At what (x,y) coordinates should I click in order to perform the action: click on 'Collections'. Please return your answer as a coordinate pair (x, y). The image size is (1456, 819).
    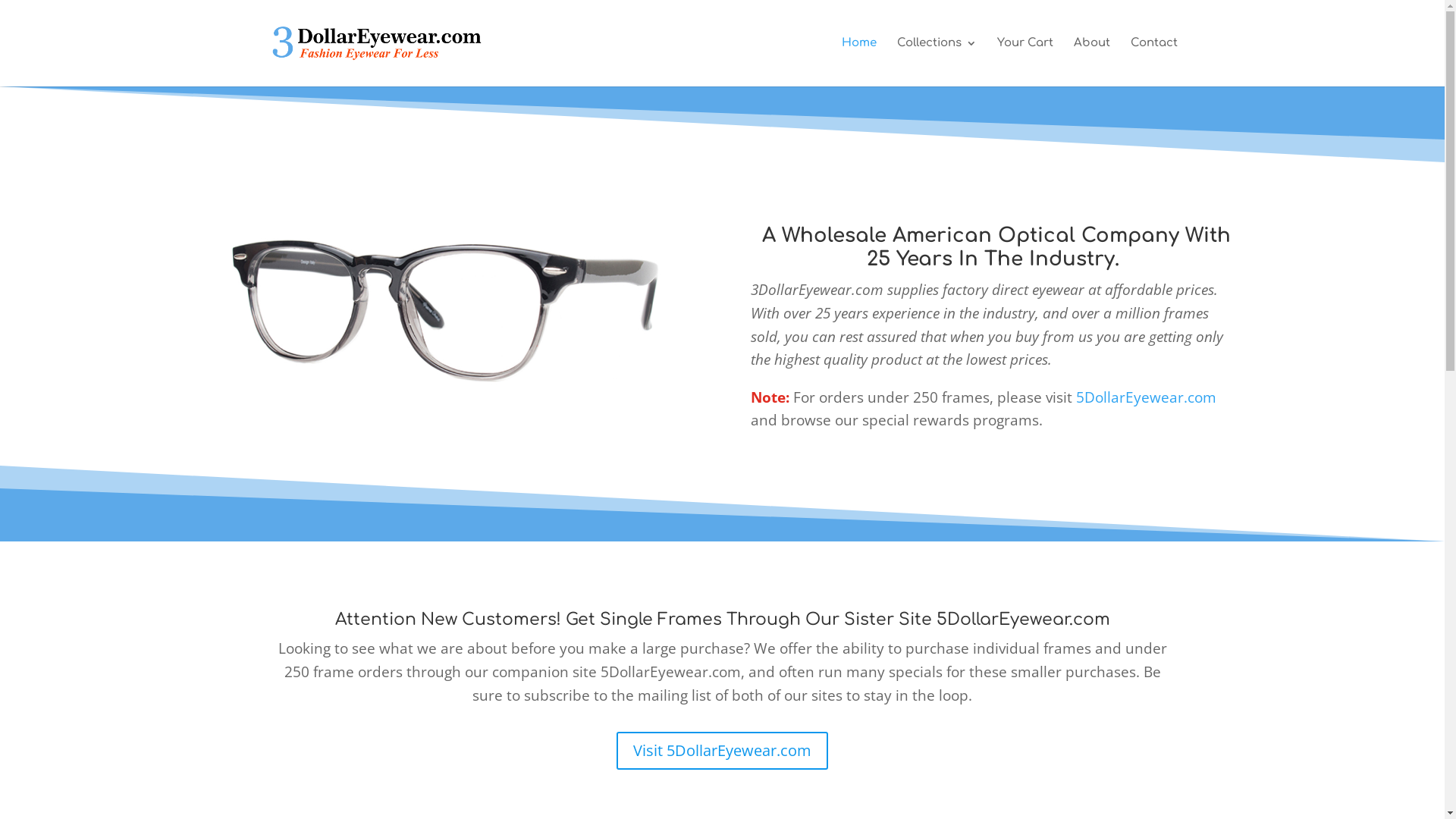
    Looking at the image, I should click on (896, 61).